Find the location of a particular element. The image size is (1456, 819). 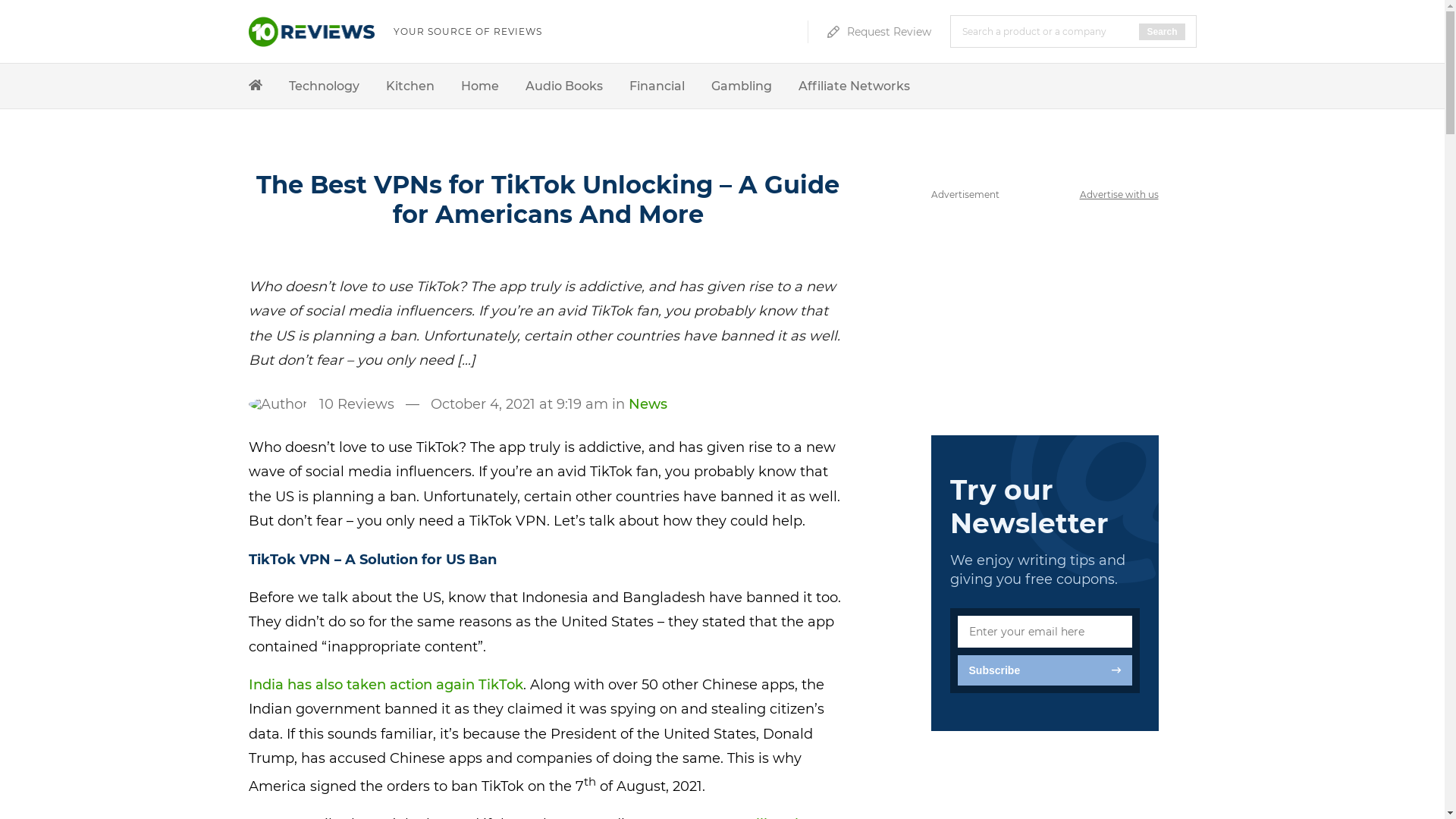

'Advertise with us' is located at coordinates (1119, 193).